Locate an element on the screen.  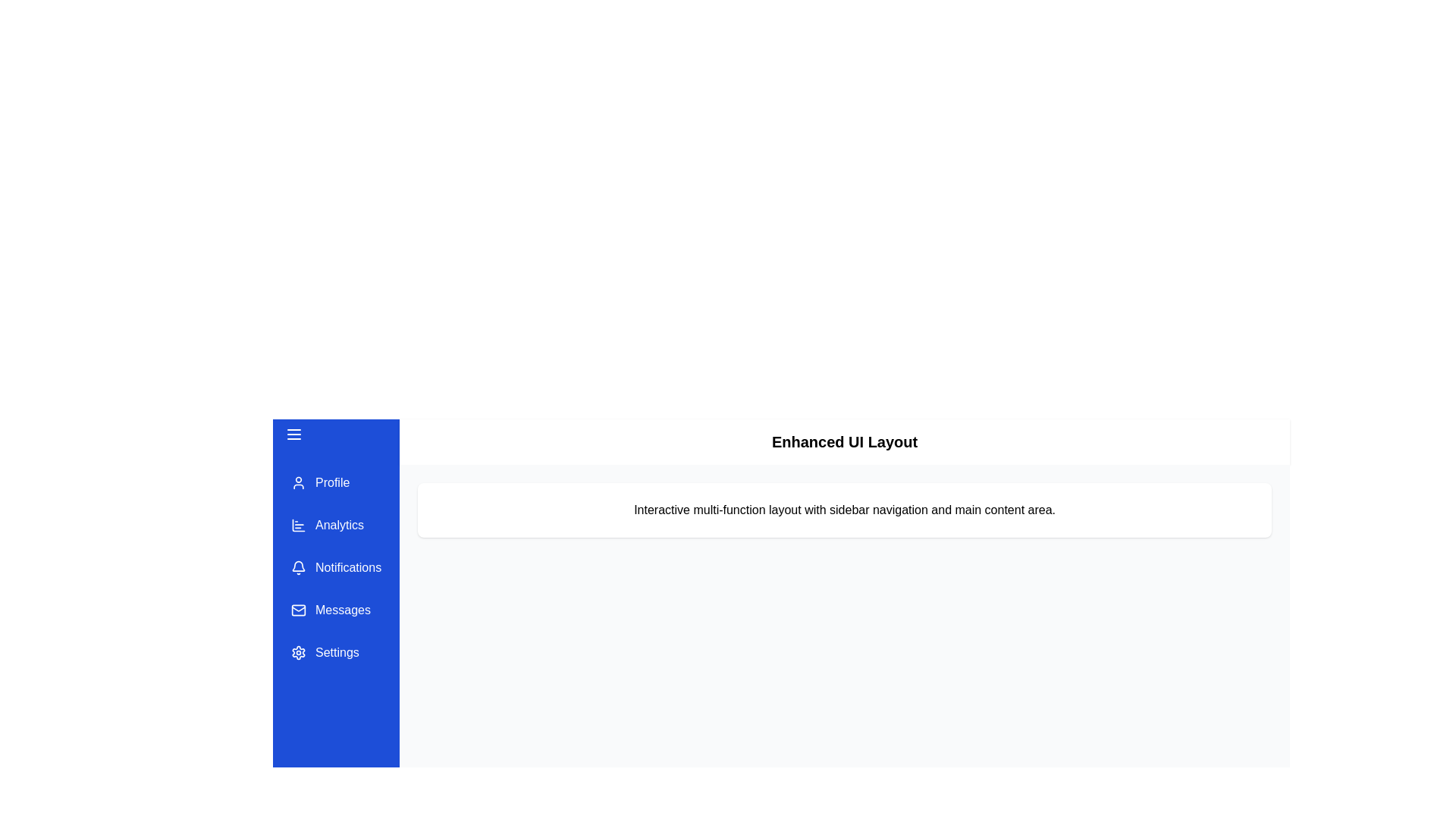
the blue hamburger menu button located at the top-left corner of the sidebar is located at coordinates (335, 435).